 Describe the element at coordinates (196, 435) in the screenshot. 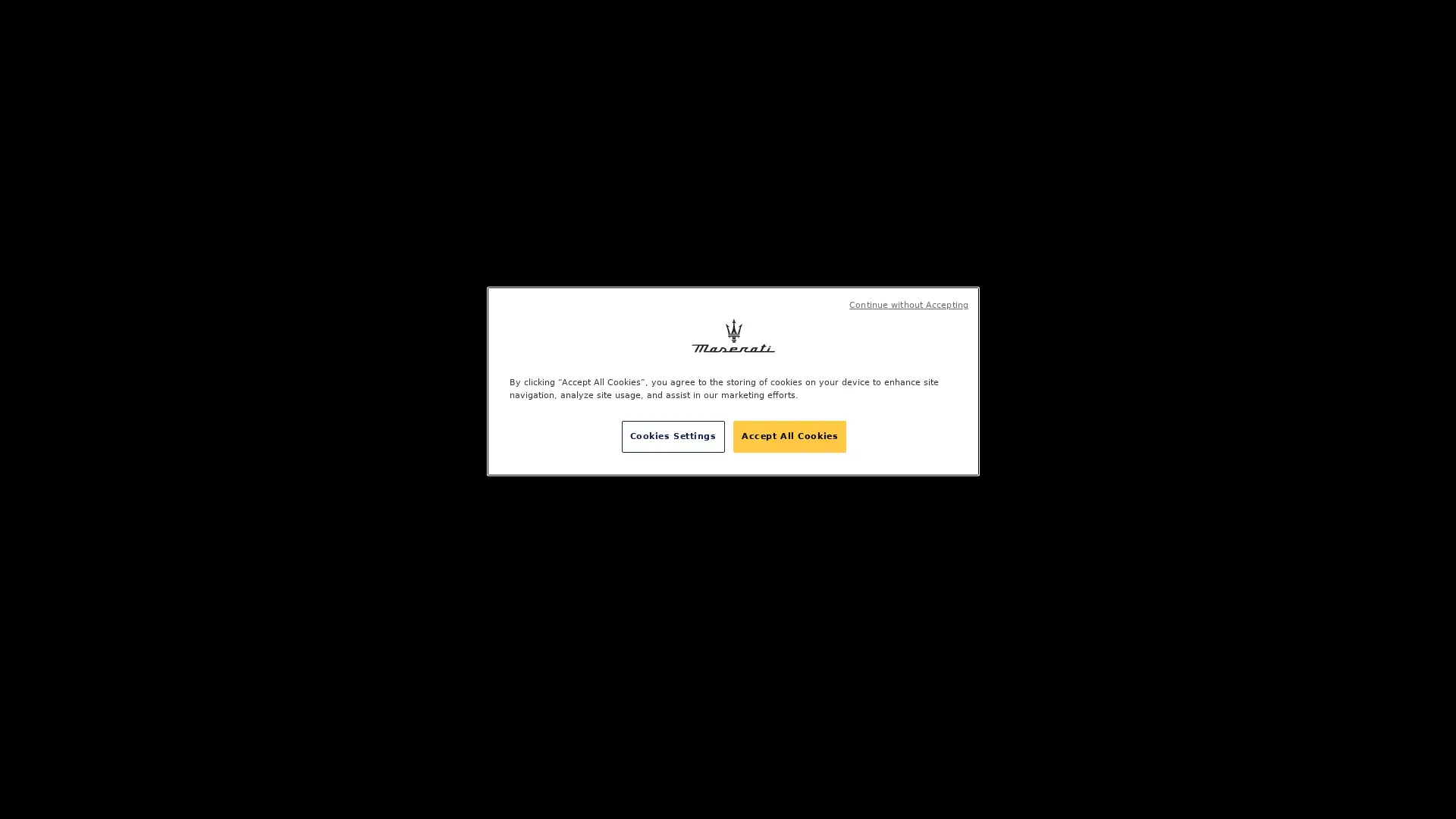

I see `next` at that location.